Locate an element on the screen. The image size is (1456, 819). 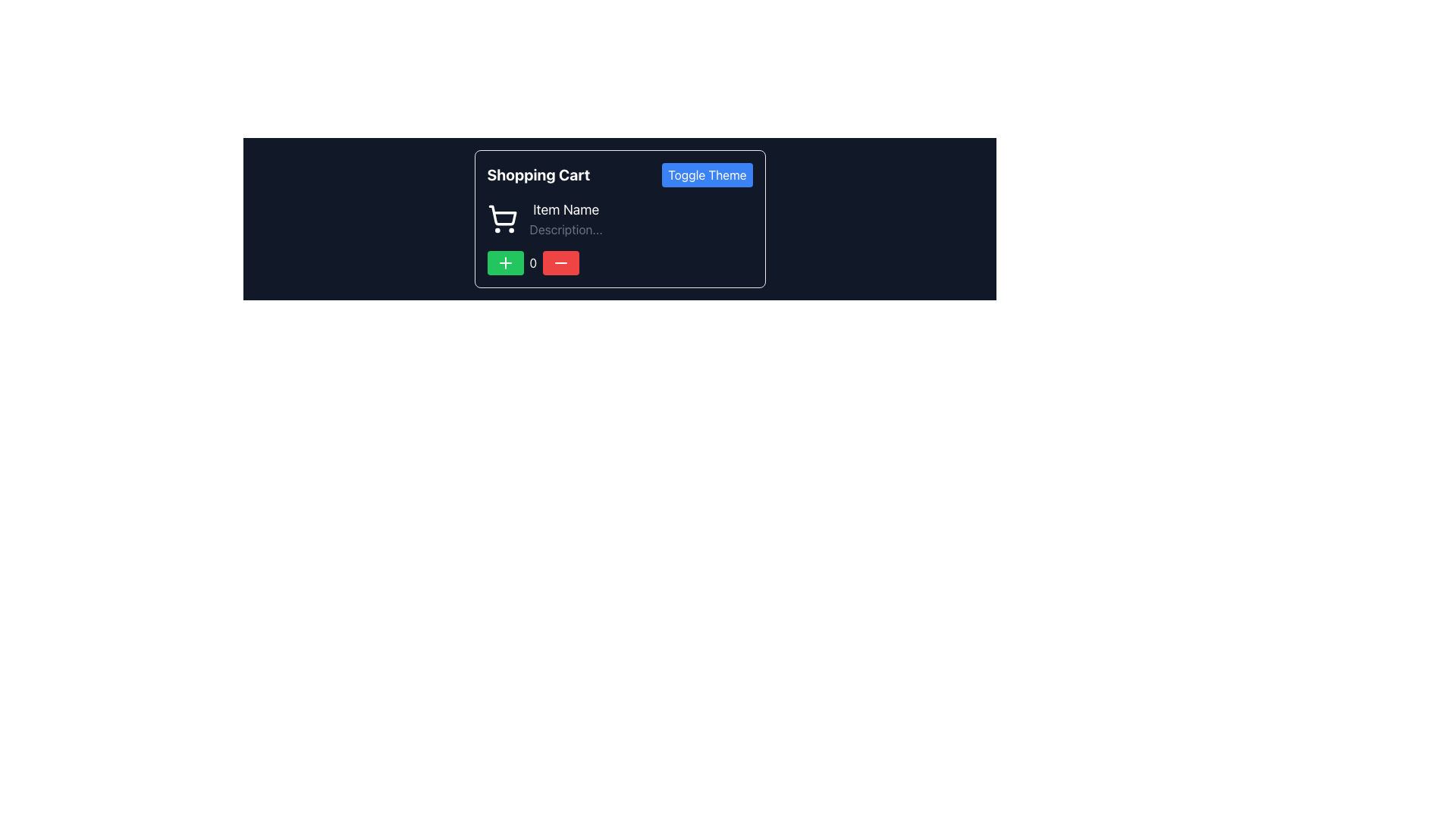
the green plus icon within the button located in the shopping cart UI is located at coordinates (505, 262).